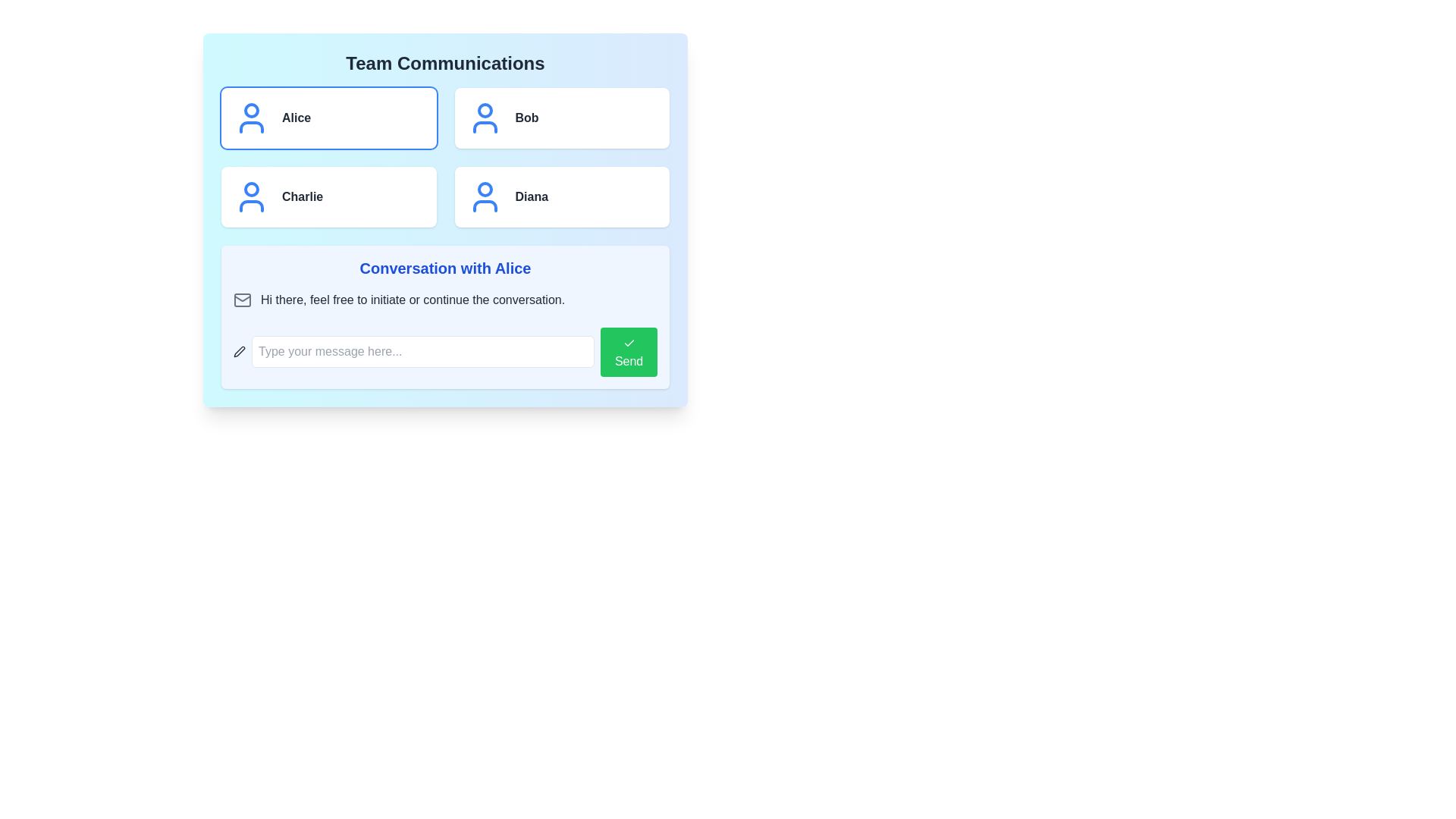 This screenshot has height=819, width=1456. What do you see at coordinates (629, 343) in the screenshot?
I see `the checkmark icon located inside the green 'Send' button, which is positioned to the right of the message input field` at bounding box center [629, 343].